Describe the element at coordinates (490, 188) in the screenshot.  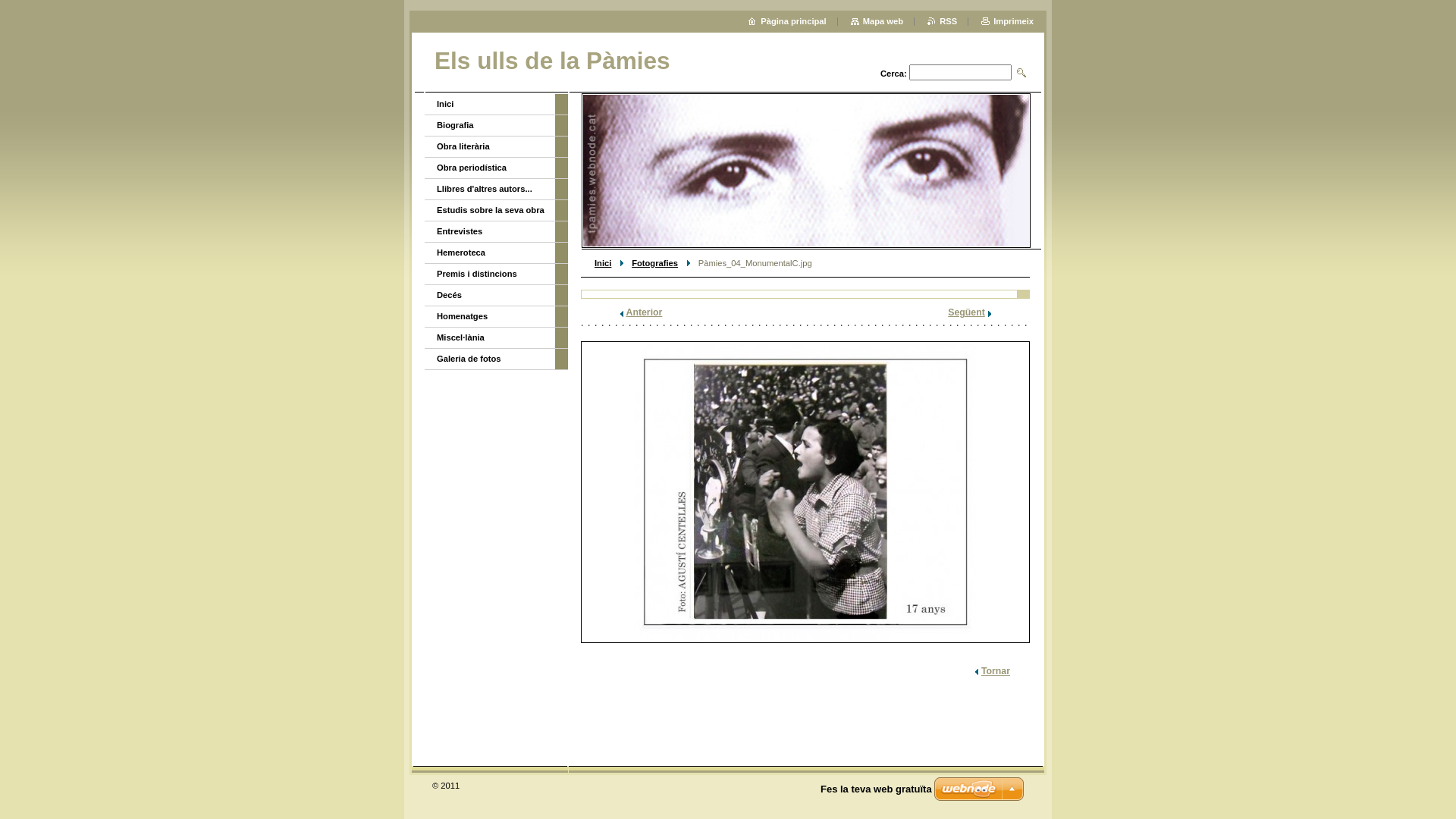
I see `'Llibres d'altres autors...'` at that location.